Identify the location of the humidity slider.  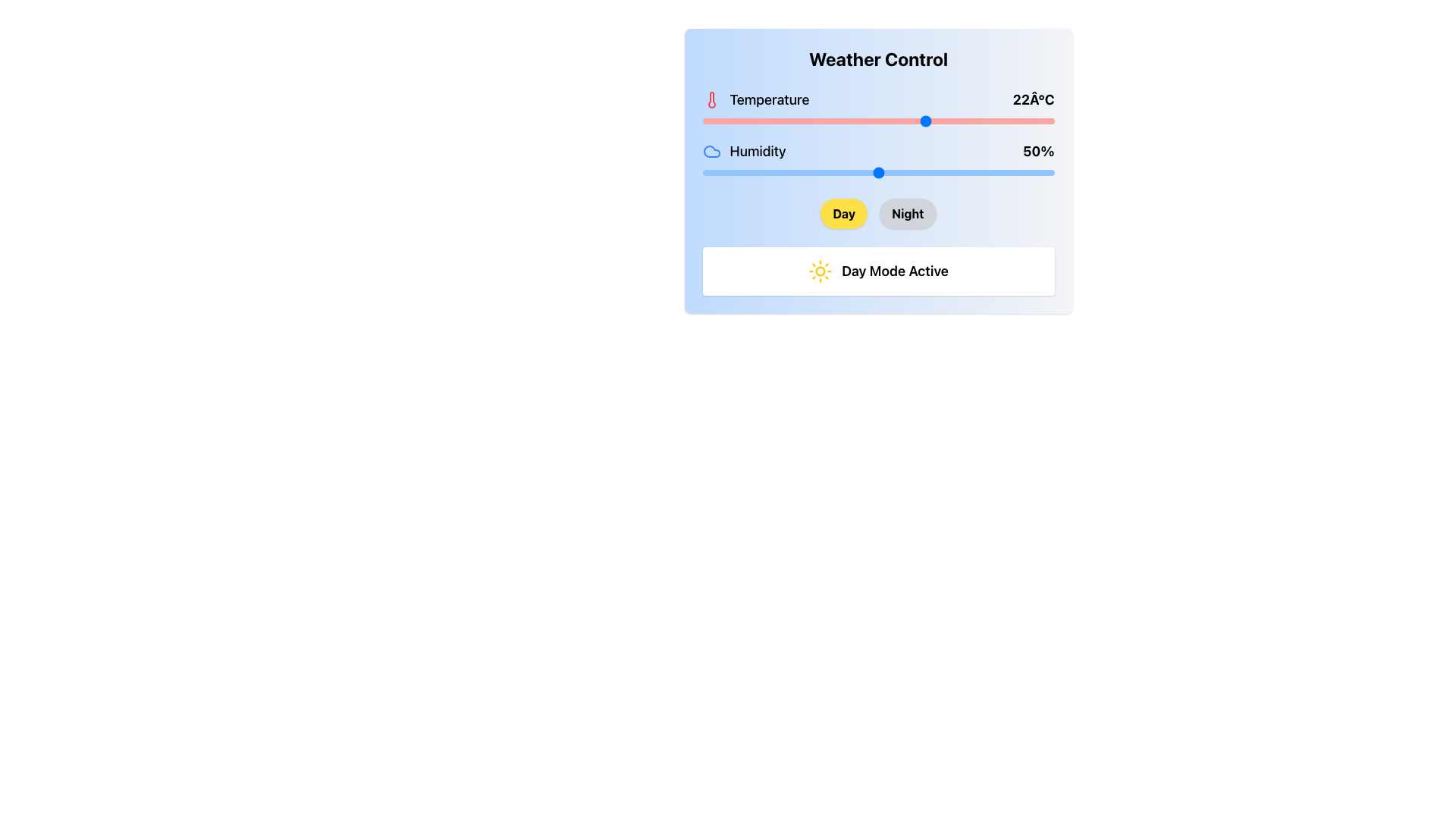
(850, 171).